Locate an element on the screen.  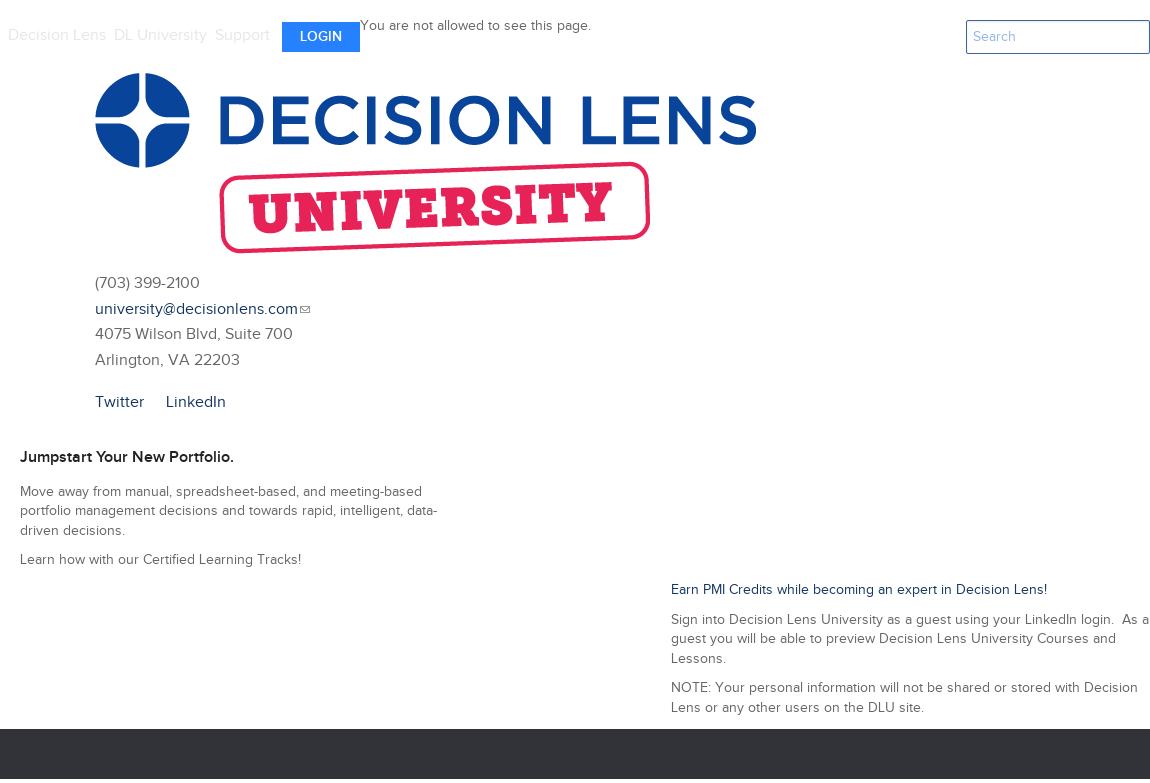
'4075 Wilson Blvd, Suite 700' is located at coordinates (193, 334).